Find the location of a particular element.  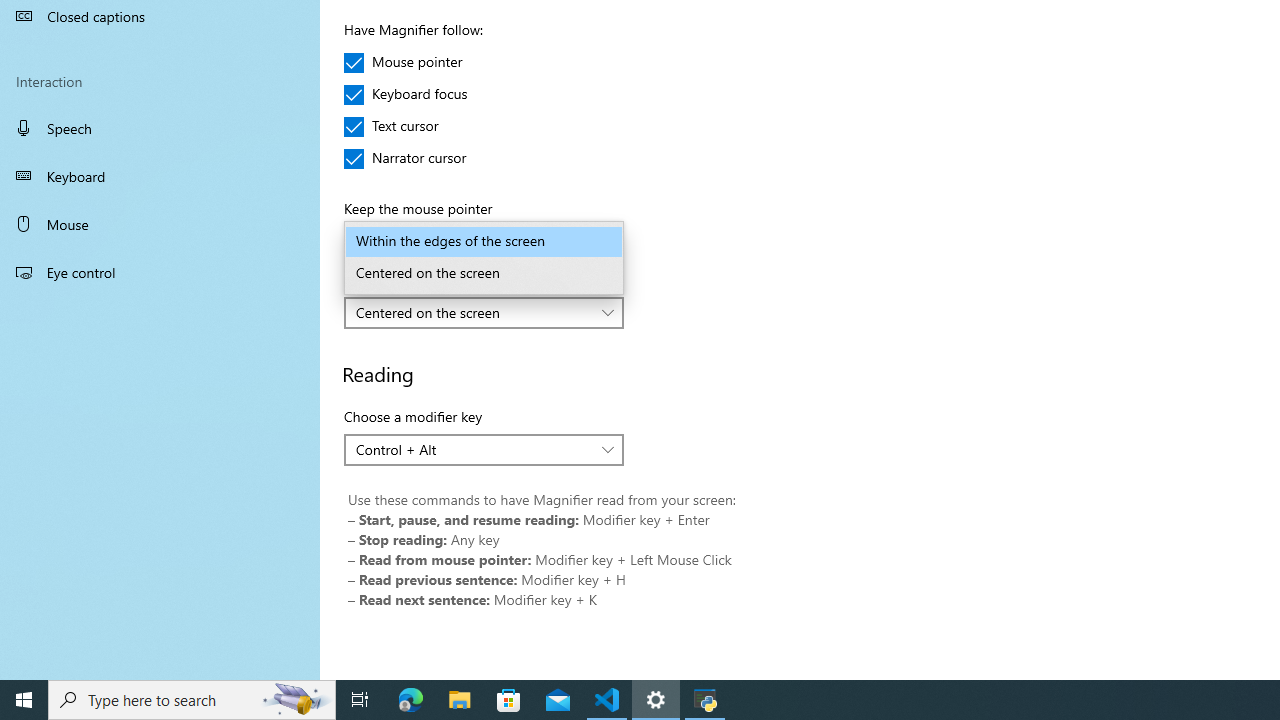

'Narrator cursor' is located at coordinates (404, 158).